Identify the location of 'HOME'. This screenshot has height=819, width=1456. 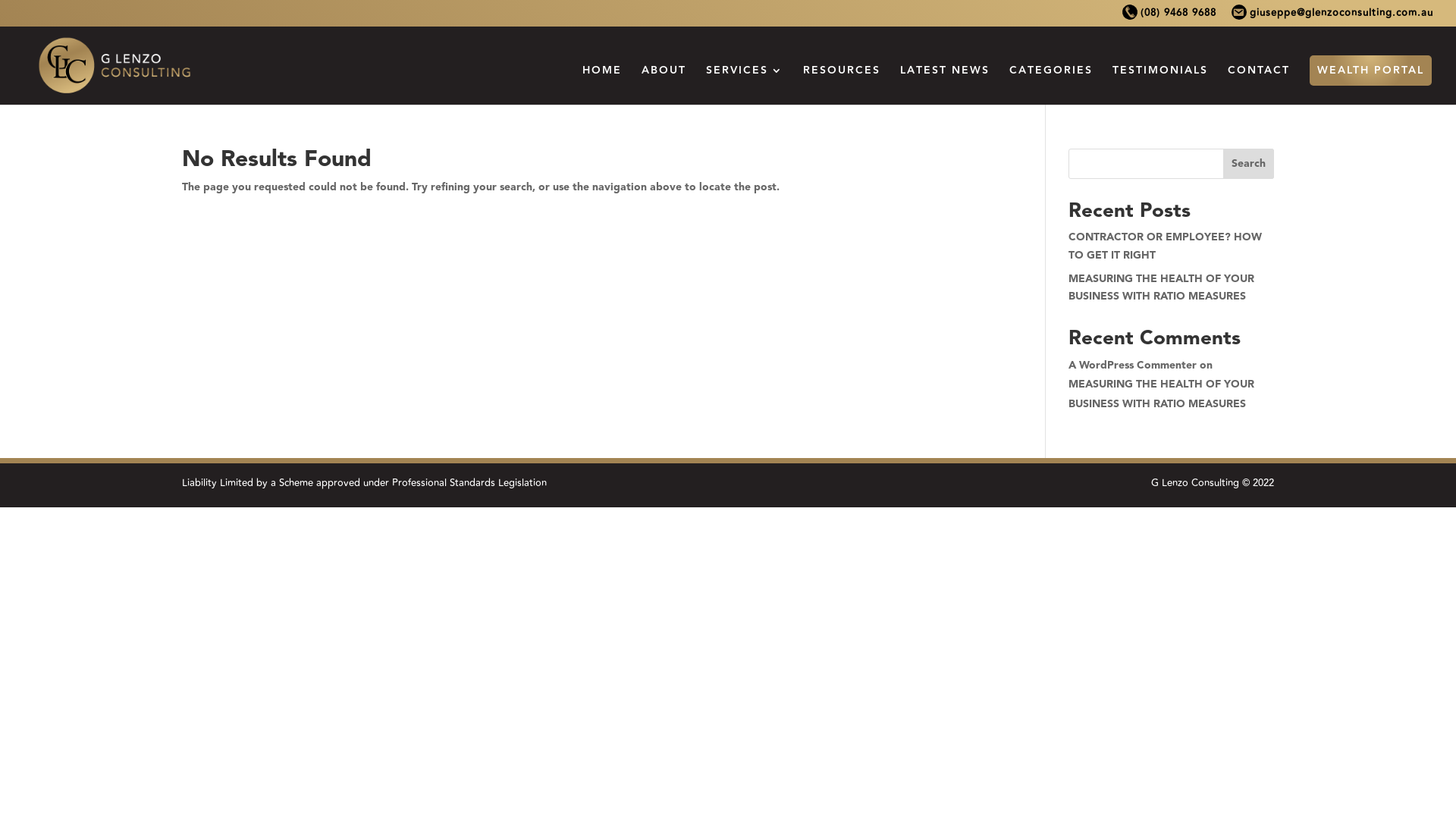
(601, 84).